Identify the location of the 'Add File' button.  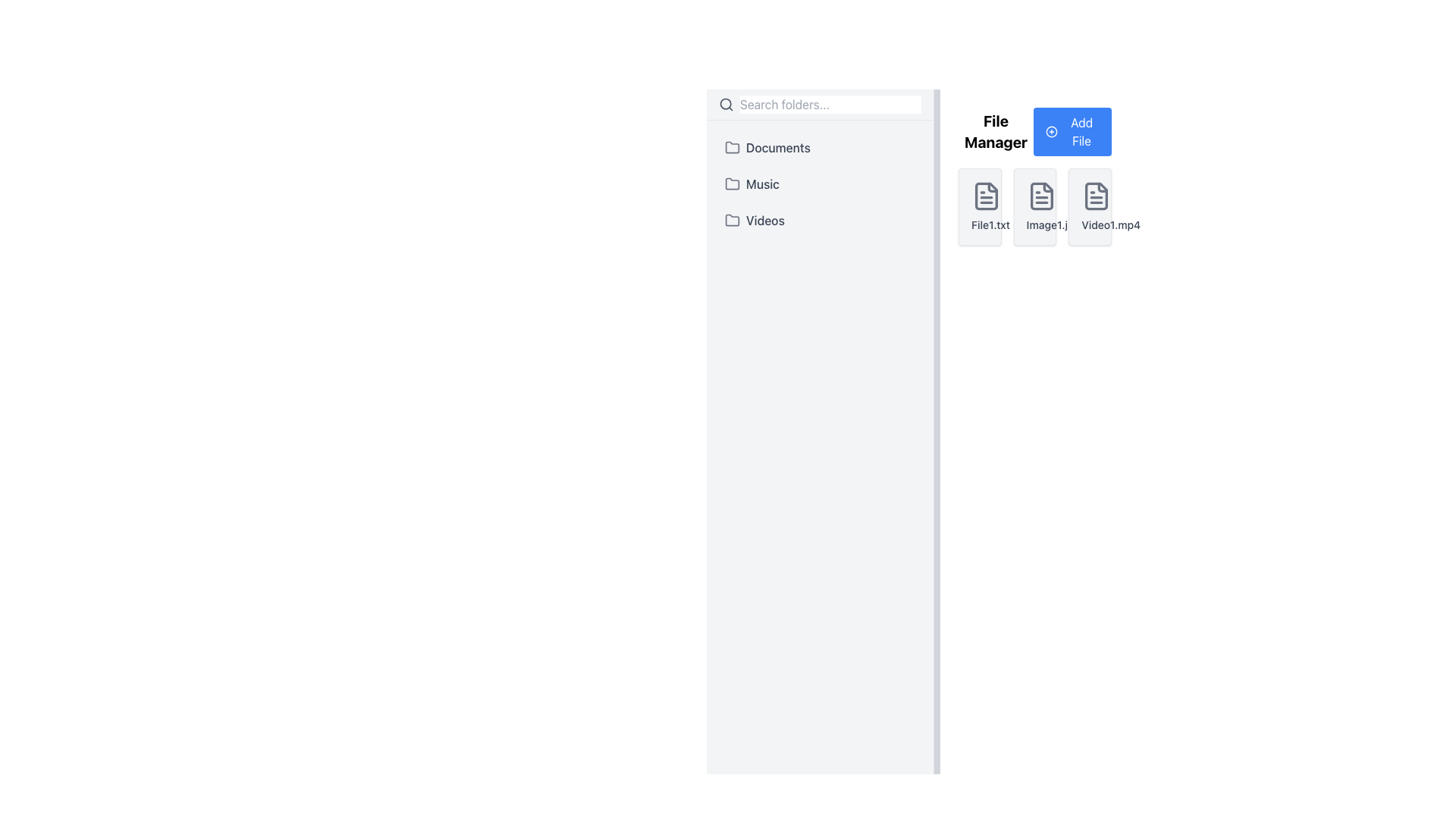
(1072, 130).